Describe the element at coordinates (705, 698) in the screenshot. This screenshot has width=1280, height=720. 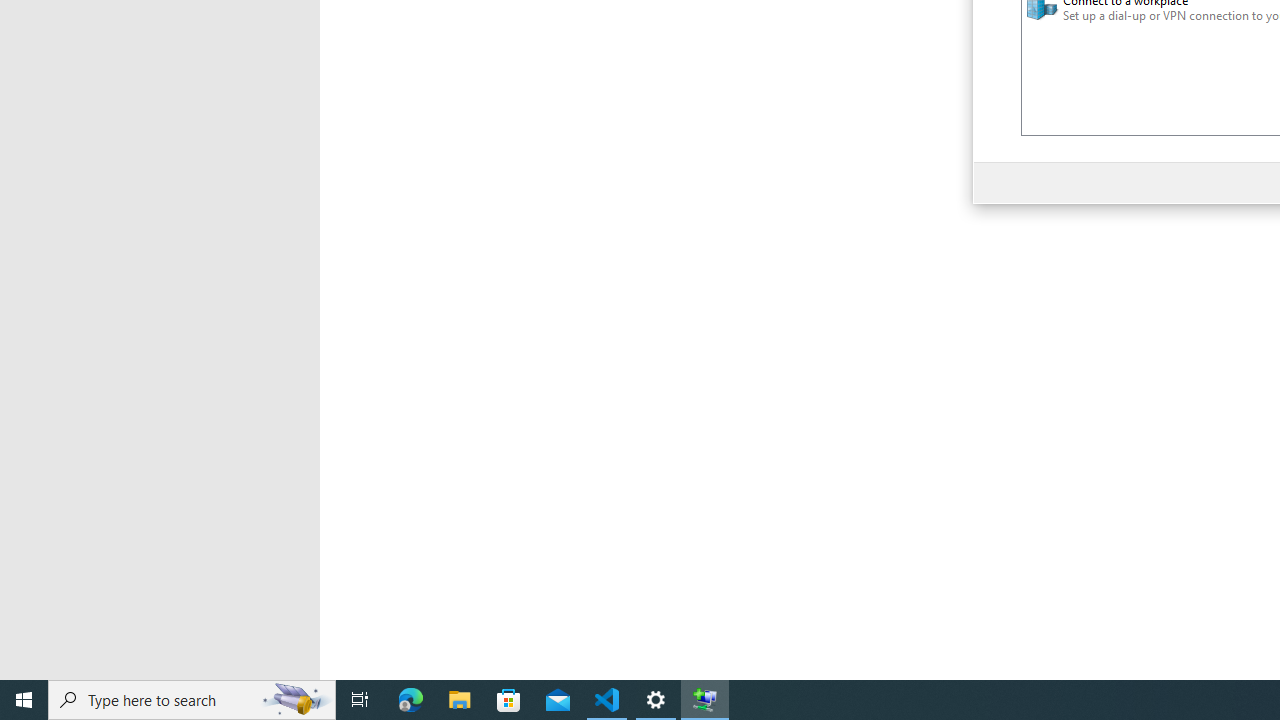
I see `'Extensible Wizards Host Process - 1 running window'` at that location.